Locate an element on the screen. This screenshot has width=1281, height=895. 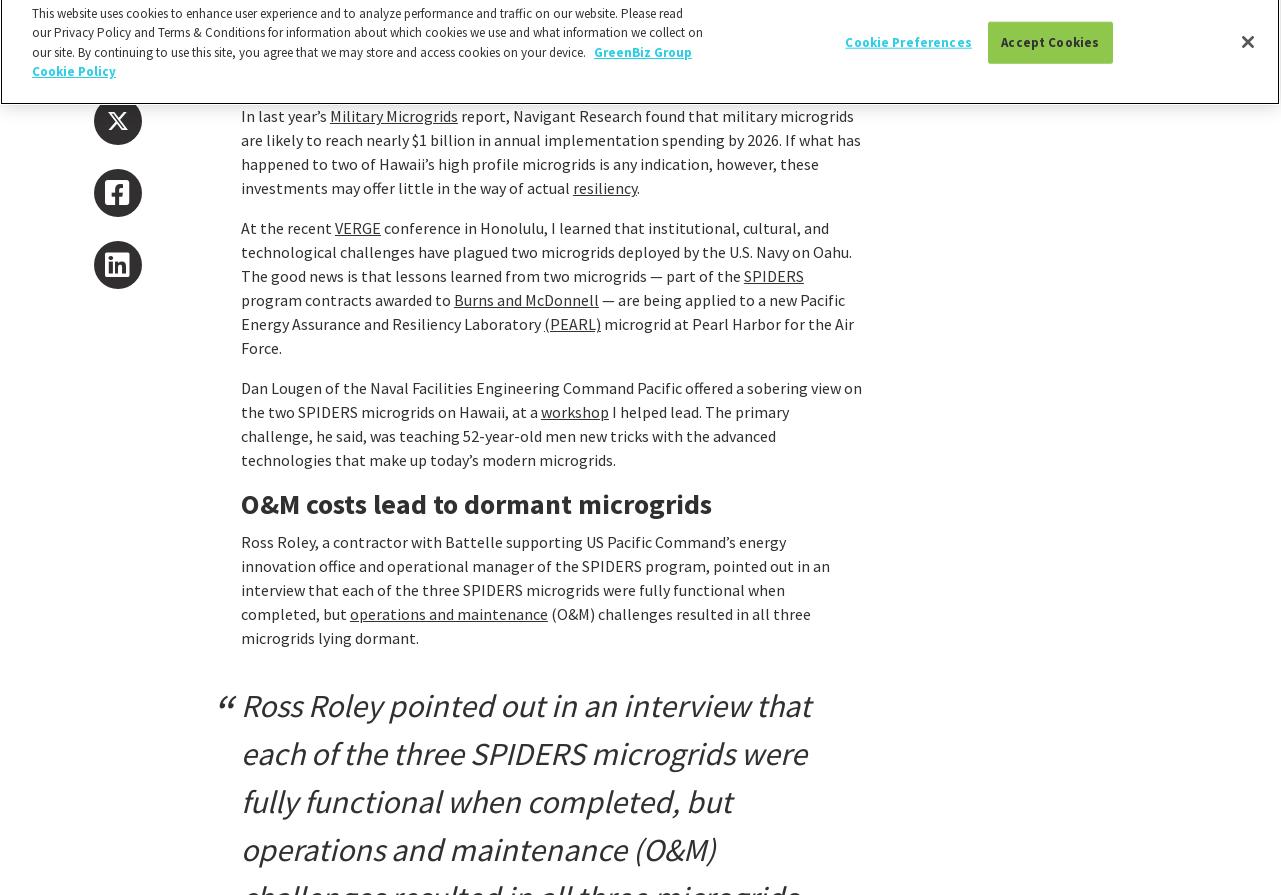
'Military Microgrids' is located at coordinates (393, 115).